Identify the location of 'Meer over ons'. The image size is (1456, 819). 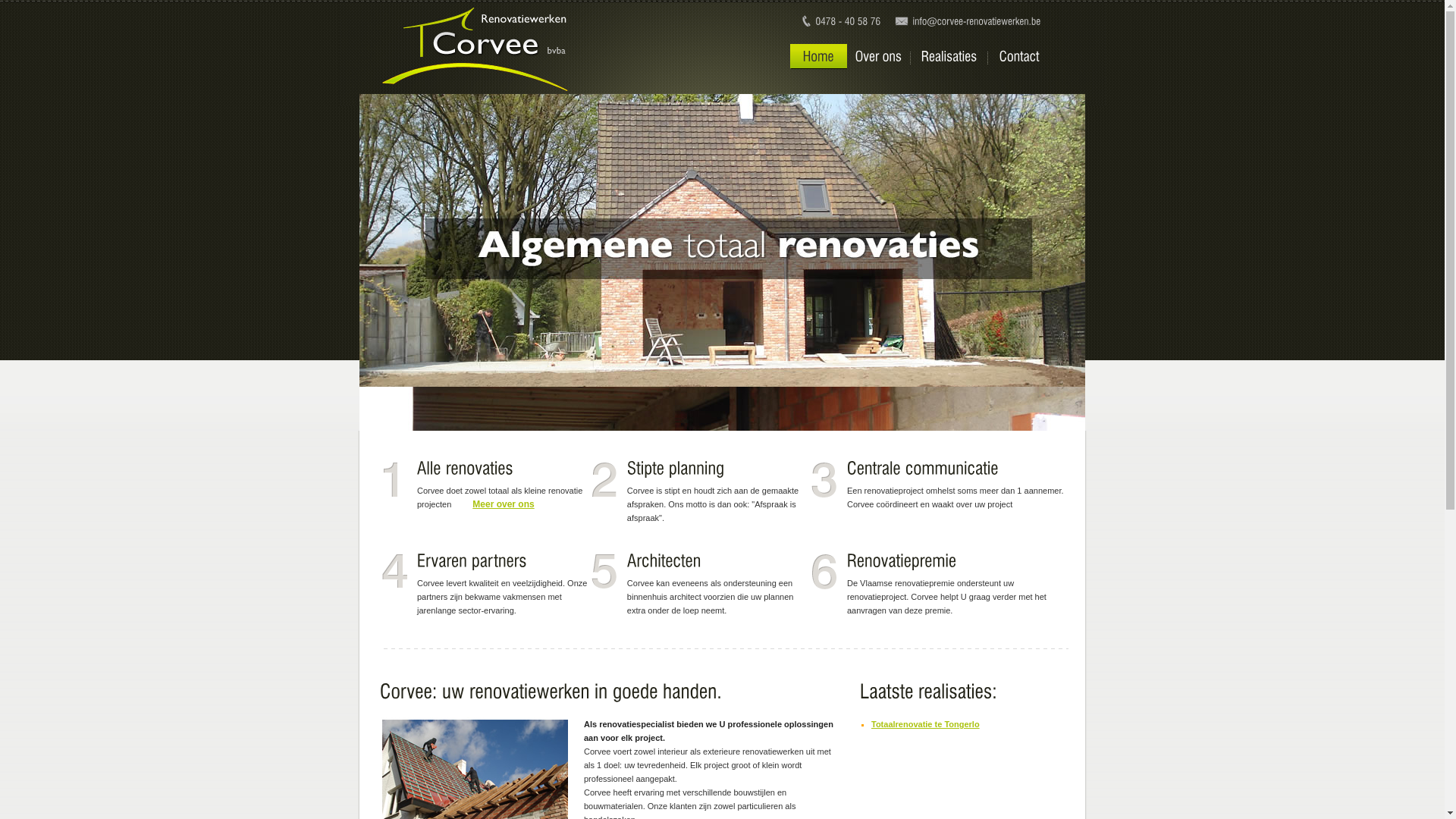
(495, 504).